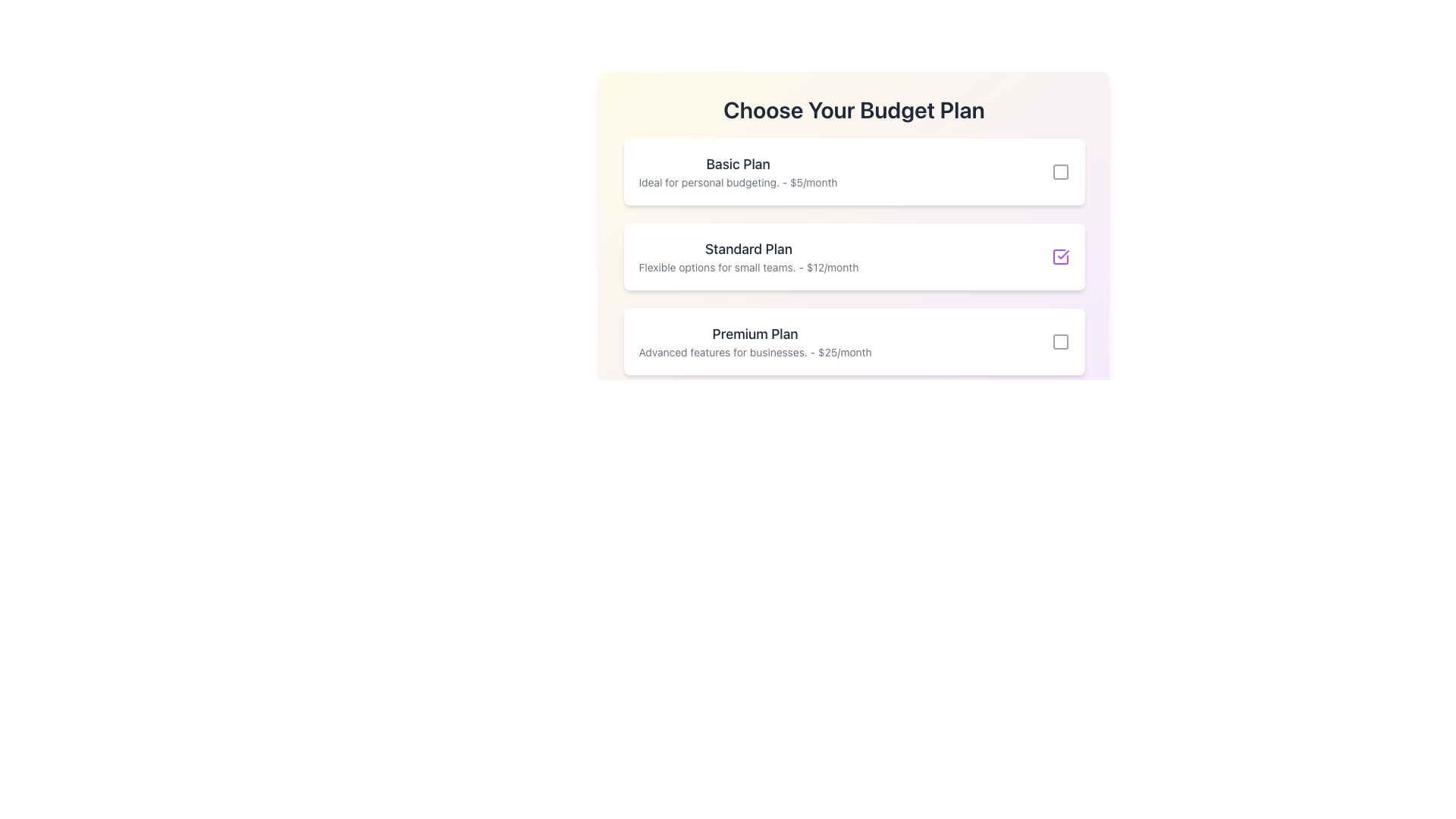  What do you see at coordinates (1059, 171) in the screenshot?
I see `the SVG rectangle element that visually indicates the selection or status of the 'Basic Plan'` at bounding box center [1059, 171].